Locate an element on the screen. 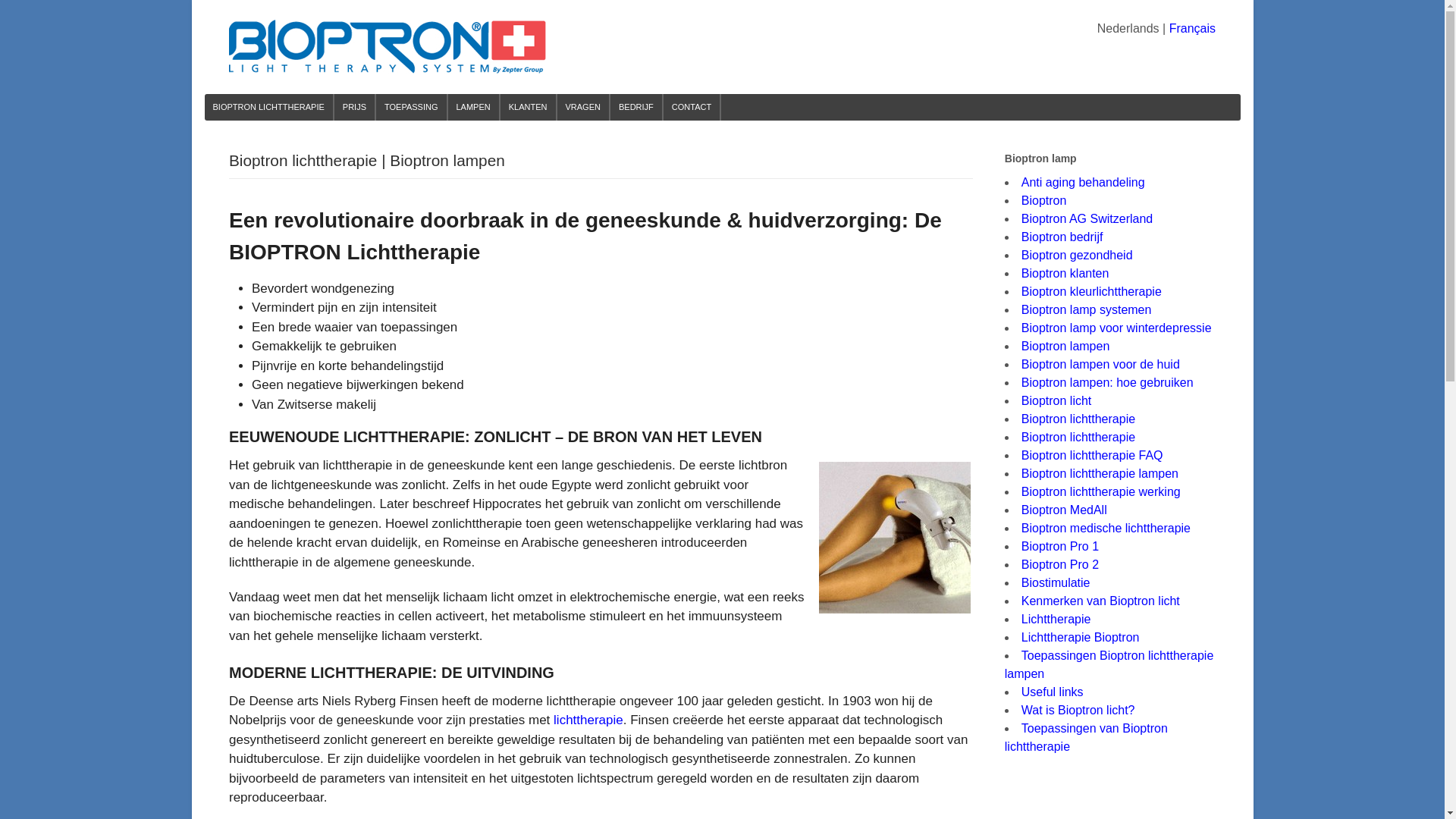  'Bioptron lichttherapie werking' is located at coordinates (1021, 491).